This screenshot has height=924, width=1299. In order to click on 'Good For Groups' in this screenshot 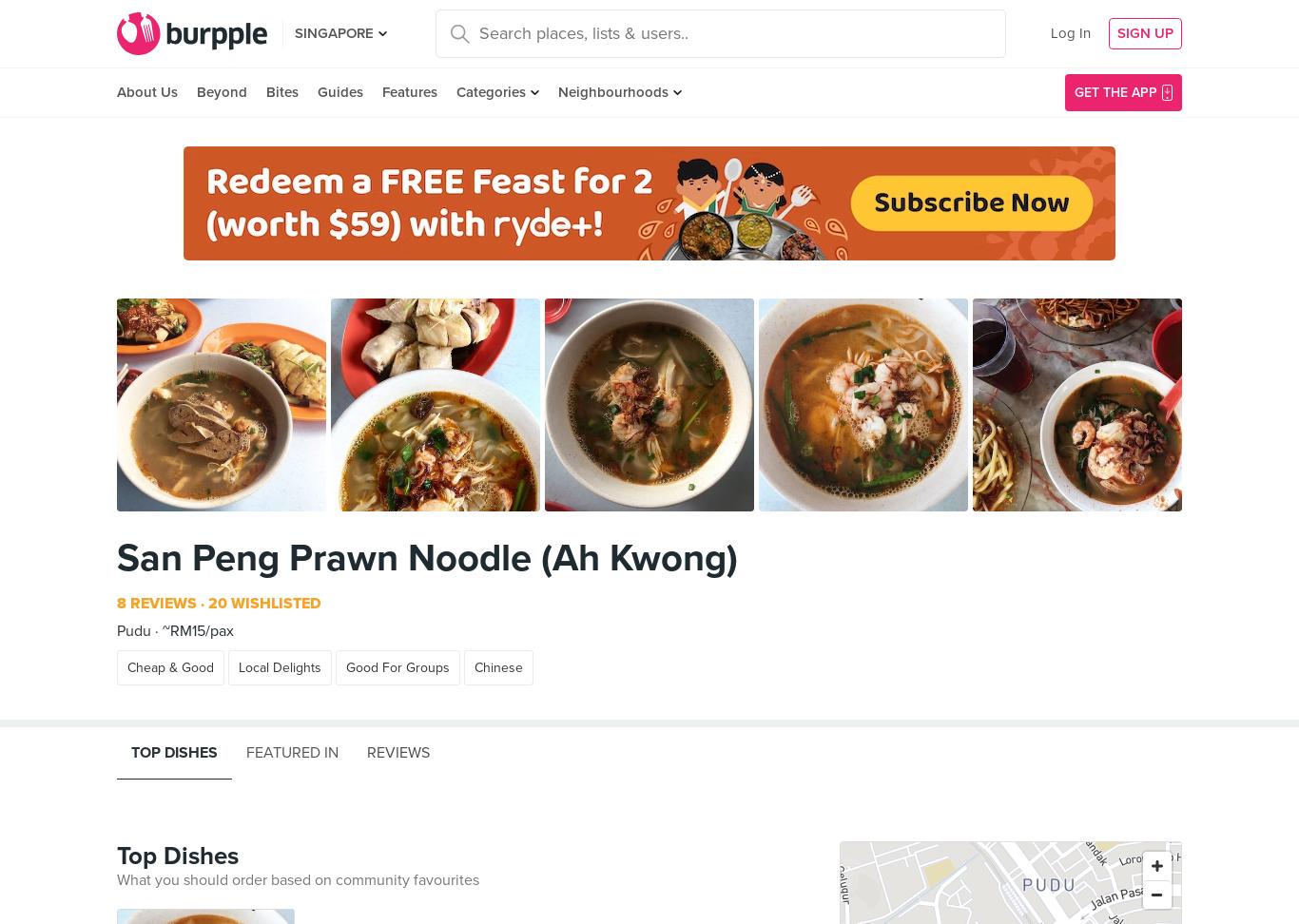, I will do `click(345, 666)`.